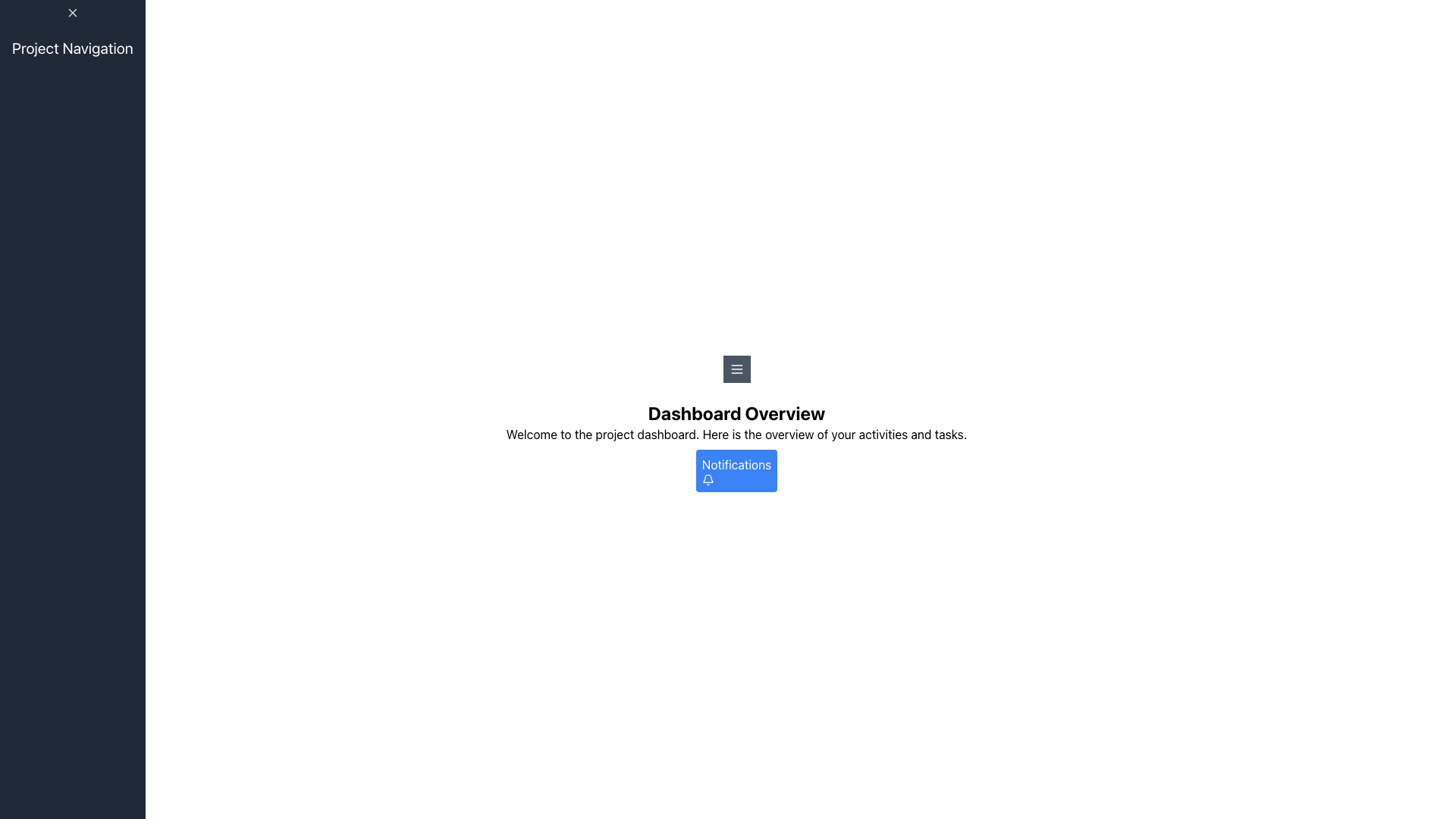 The width and height of the screenshot is (1456, 819). I want to click on the 'Notifications' button which contains the bell icon, so click(707, 479).